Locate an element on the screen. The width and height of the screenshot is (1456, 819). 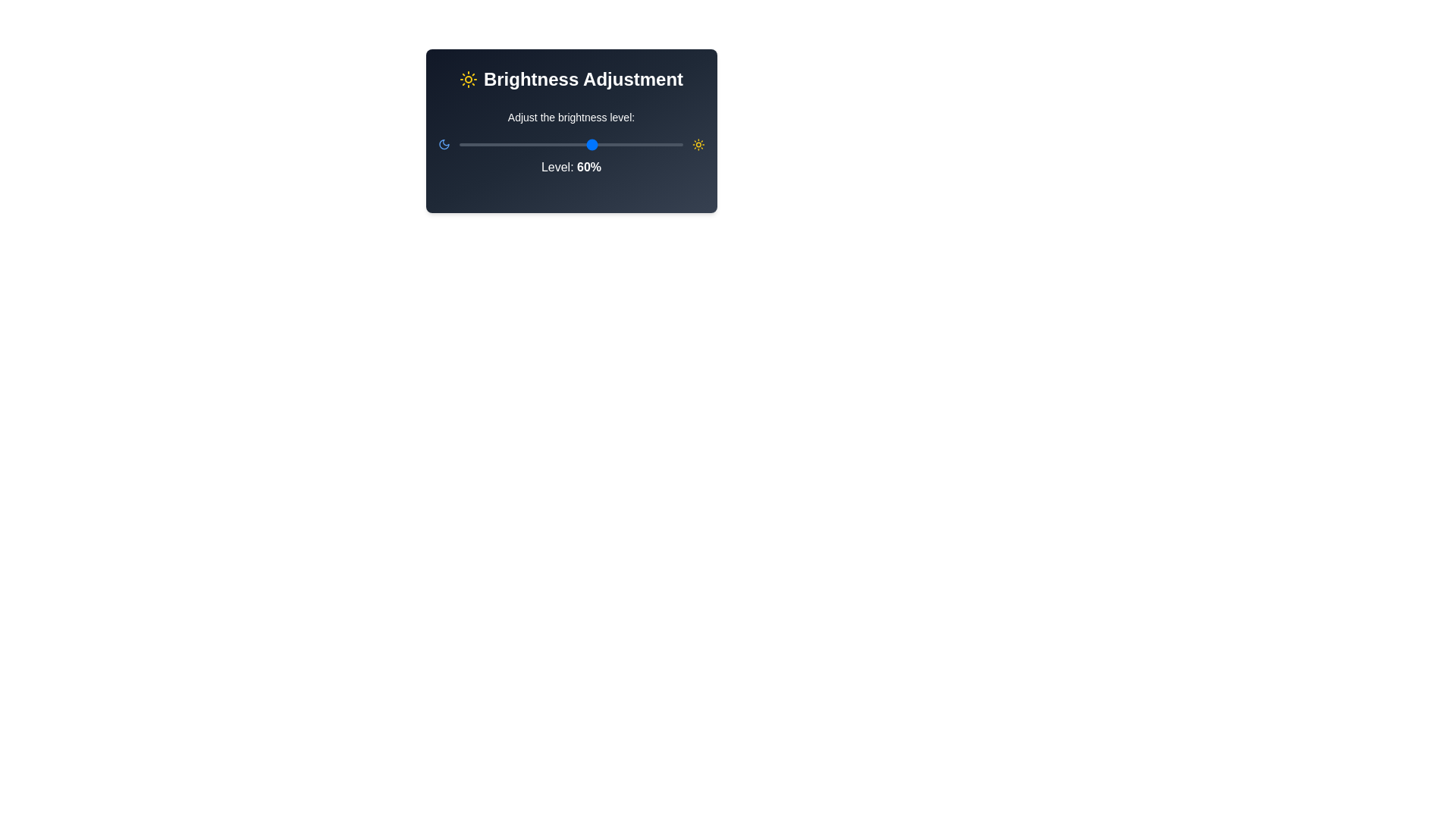
the slider track located horizontally between the 'Adjust the brightness level:' label and the 'Level: 60%' label to move the handle to a new position is located at coordinates (570, 145).